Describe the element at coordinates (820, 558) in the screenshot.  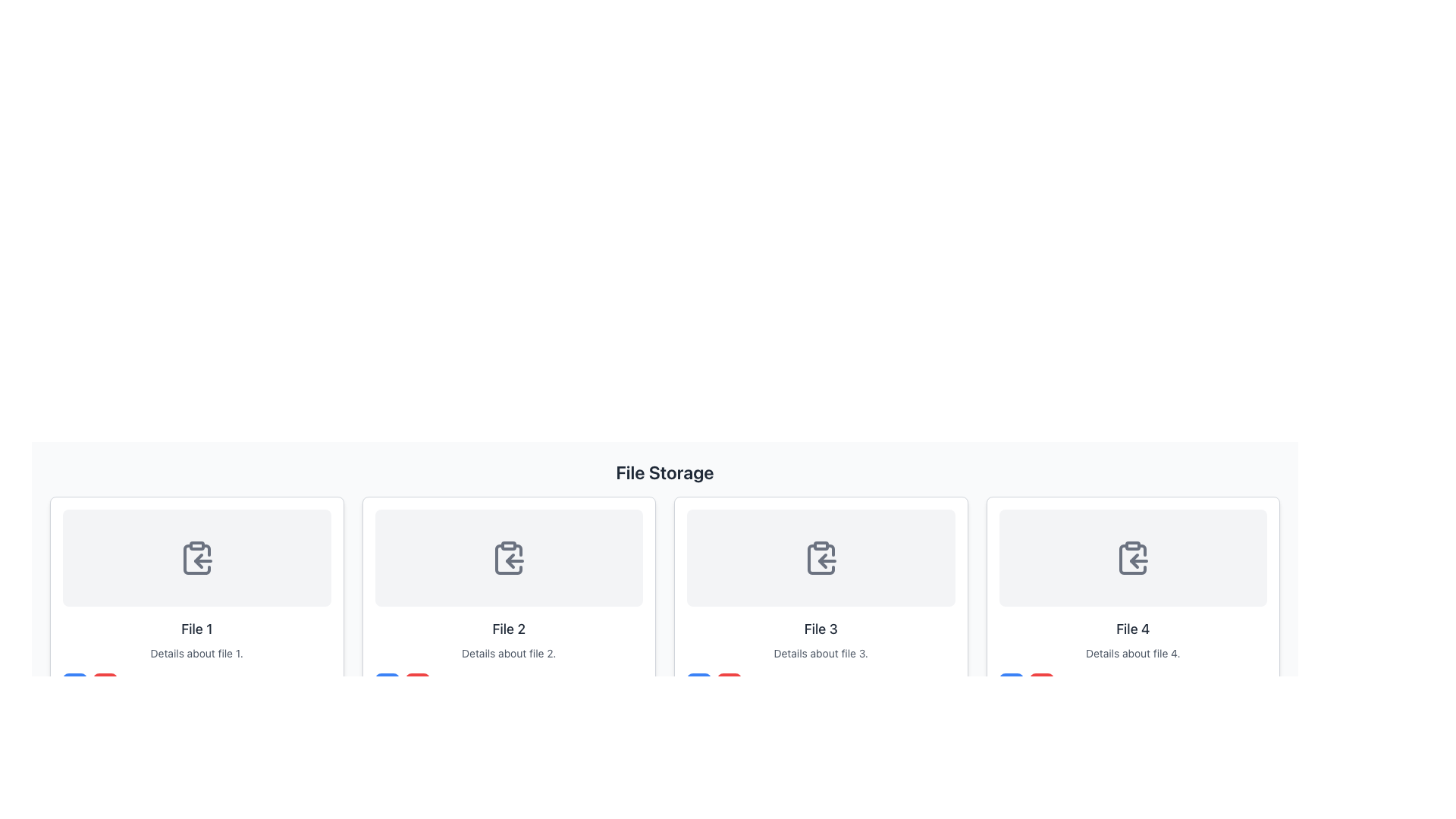
I see `the clipboard icon with a left-pointing arrow on it, located in the third file card ('File 3') from the left` at that location.